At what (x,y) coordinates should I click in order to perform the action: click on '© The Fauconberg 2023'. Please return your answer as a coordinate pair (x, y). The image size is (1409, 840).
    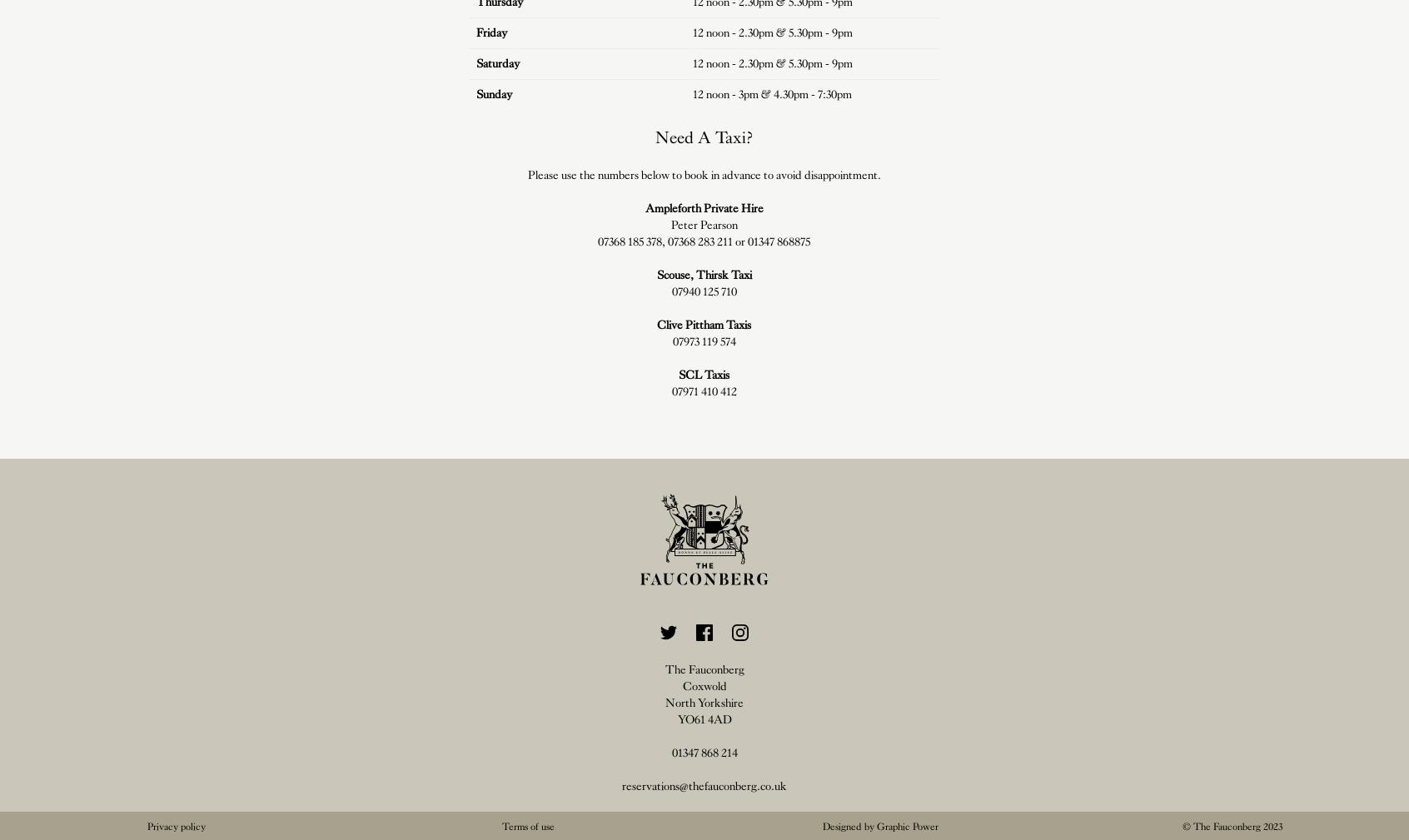
    Looking at the image, I should click on (1232, 826).